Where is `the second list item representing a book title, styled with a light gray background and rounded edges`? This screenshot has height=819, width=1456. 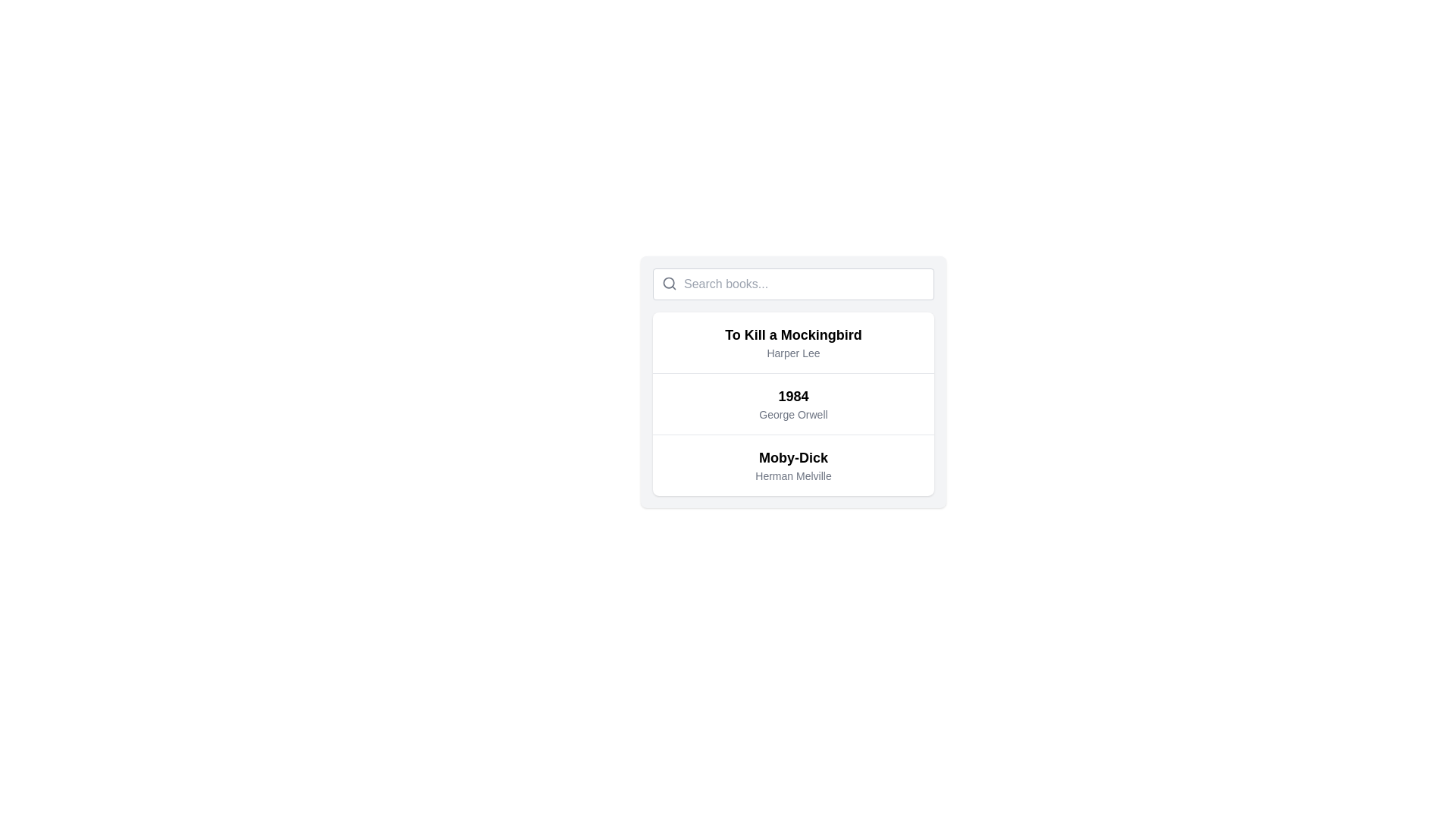
the second list item representing a book title, styled with a light gray background and rounded edges is located at coordinates (792, 381).